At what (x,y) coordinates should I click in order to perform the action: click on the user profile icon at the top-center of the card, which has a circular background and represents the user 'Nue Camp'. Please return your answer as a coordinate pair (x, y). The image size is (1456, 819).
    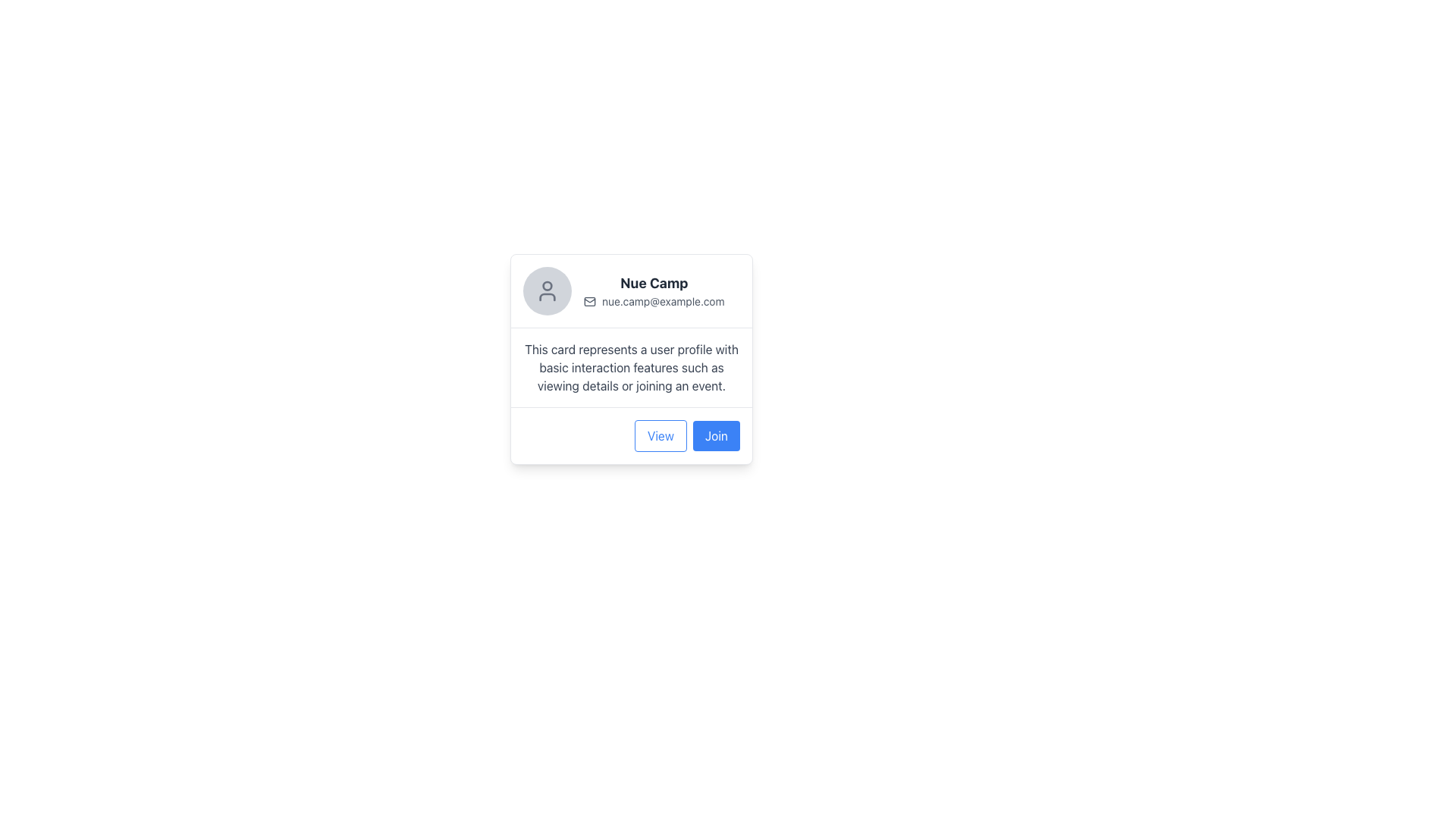
    Looking at the image, I should click on (546, 291).